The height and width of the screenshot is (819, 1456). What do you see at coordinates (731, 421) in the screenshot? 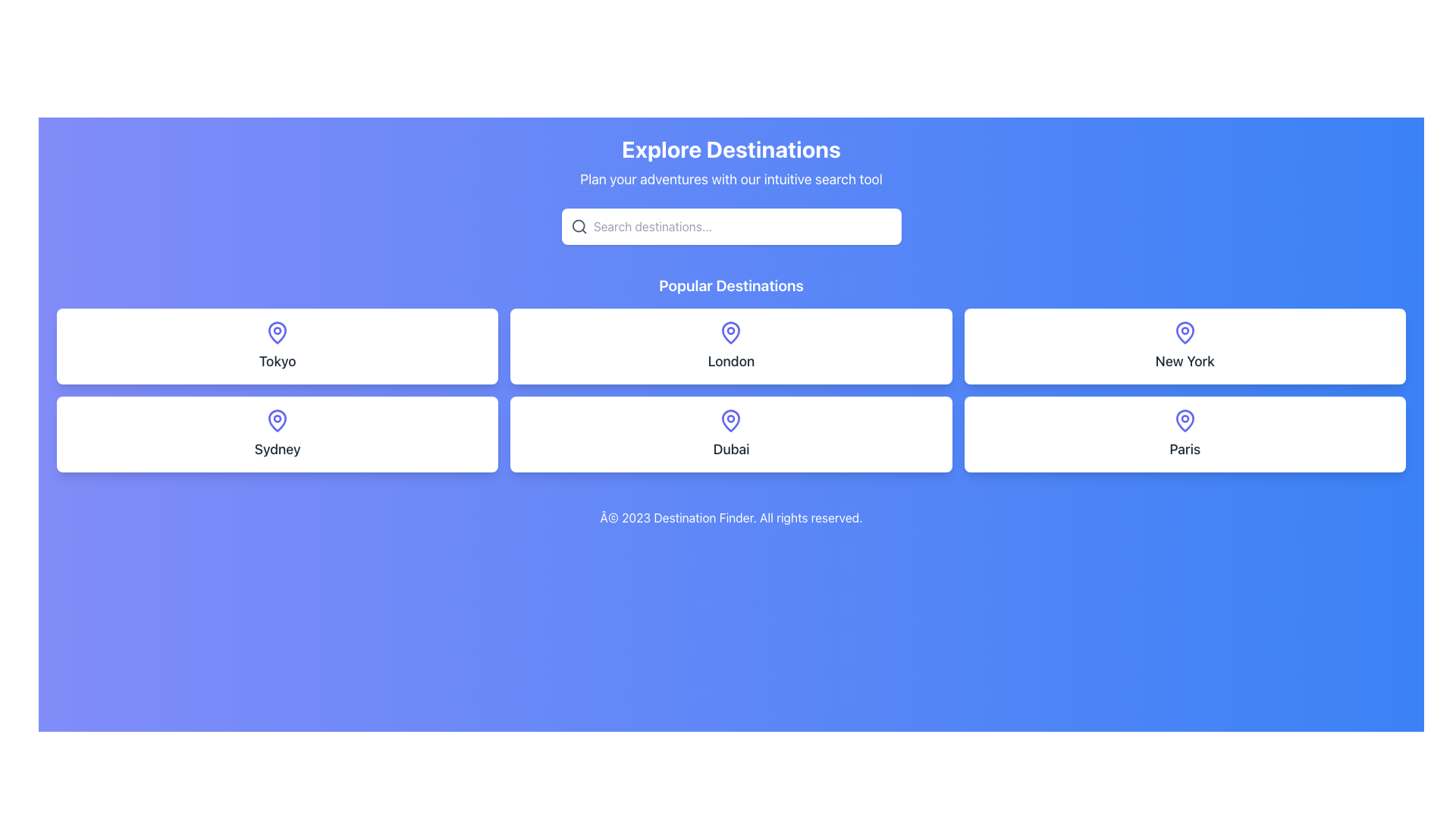
I see `the decorative icon representing the geographic destination located in the second row and second column of the popular destinations section, specifically within the white rectangular card labeled 'Dubai'` at bounding box center [731, 421].